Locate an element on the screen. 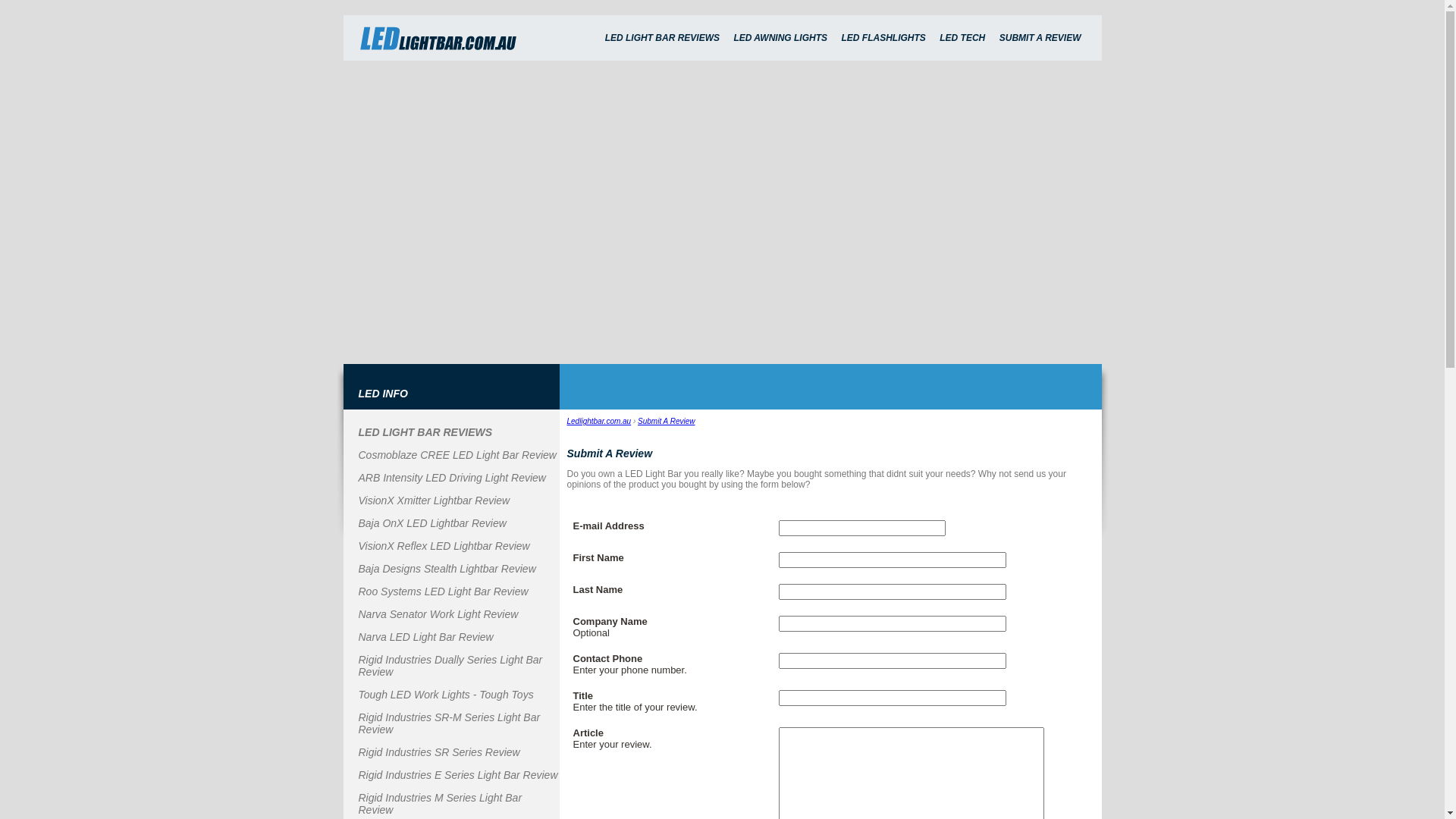 The width and height of the screenshot is (1456, 819). 'Narva Senator Work Light Review' is located at coordinates (437, 614).